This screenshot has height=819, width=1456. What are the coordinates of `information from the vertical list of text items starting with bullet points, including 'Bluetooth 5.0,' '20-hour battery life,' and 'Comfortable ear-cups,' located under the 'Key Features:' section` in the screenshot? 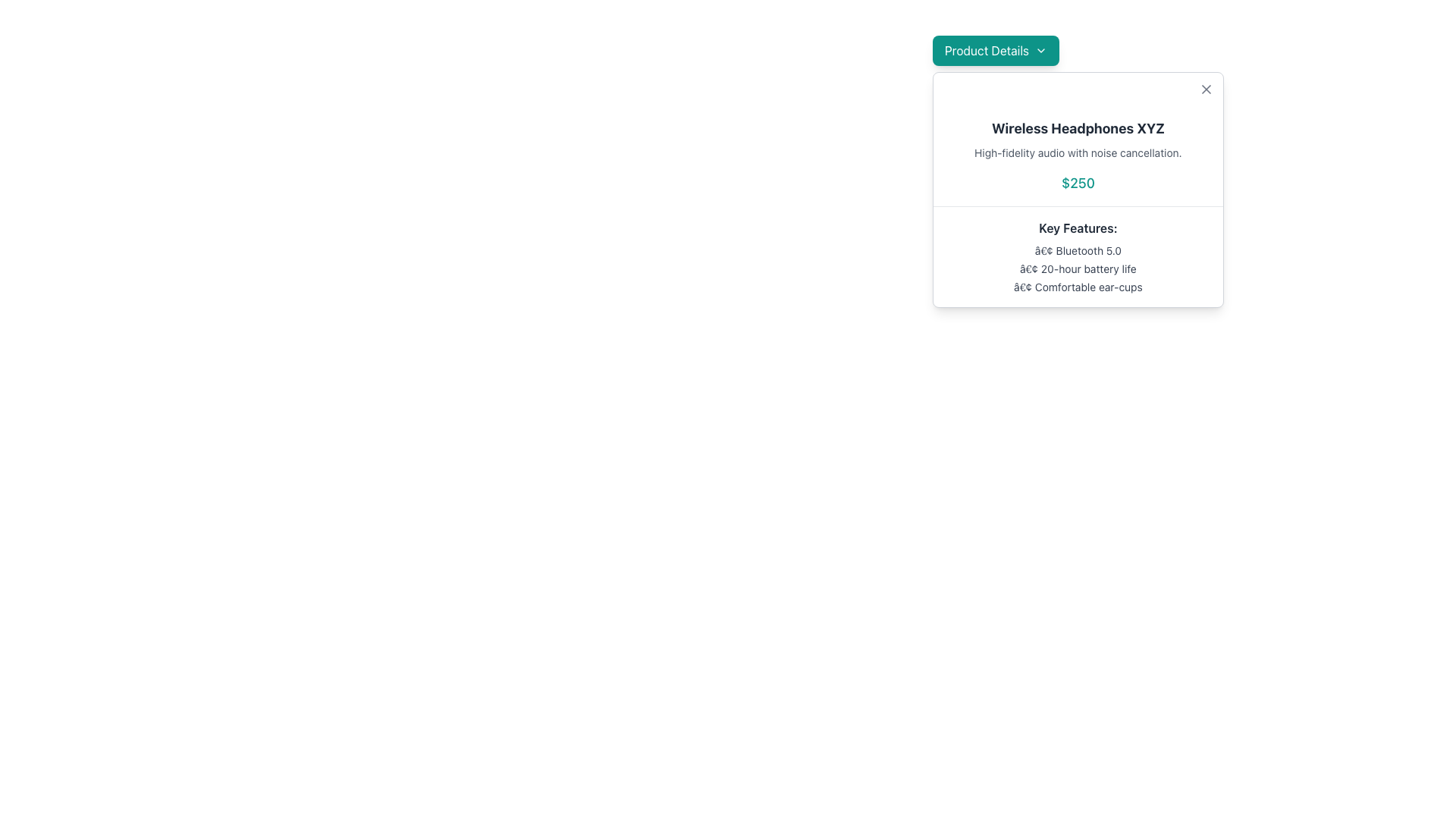 It's located at (1077, 268).